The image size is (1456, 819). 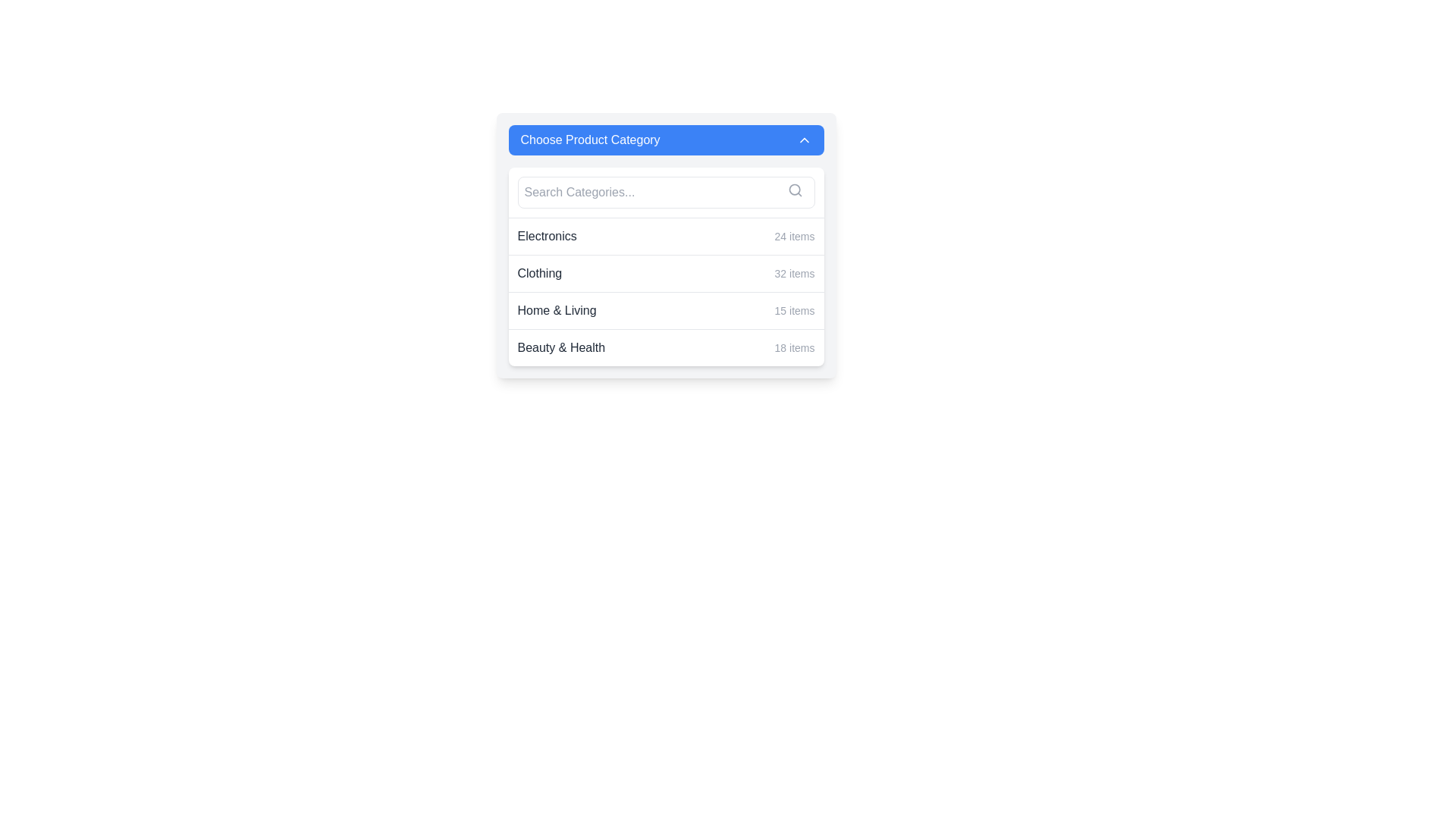 What do you see at coordinates (666, 347) in the screenshot?
I see `the Category Selection Item labeled 'Beauty & Health'` at bounding box center [666, 347].